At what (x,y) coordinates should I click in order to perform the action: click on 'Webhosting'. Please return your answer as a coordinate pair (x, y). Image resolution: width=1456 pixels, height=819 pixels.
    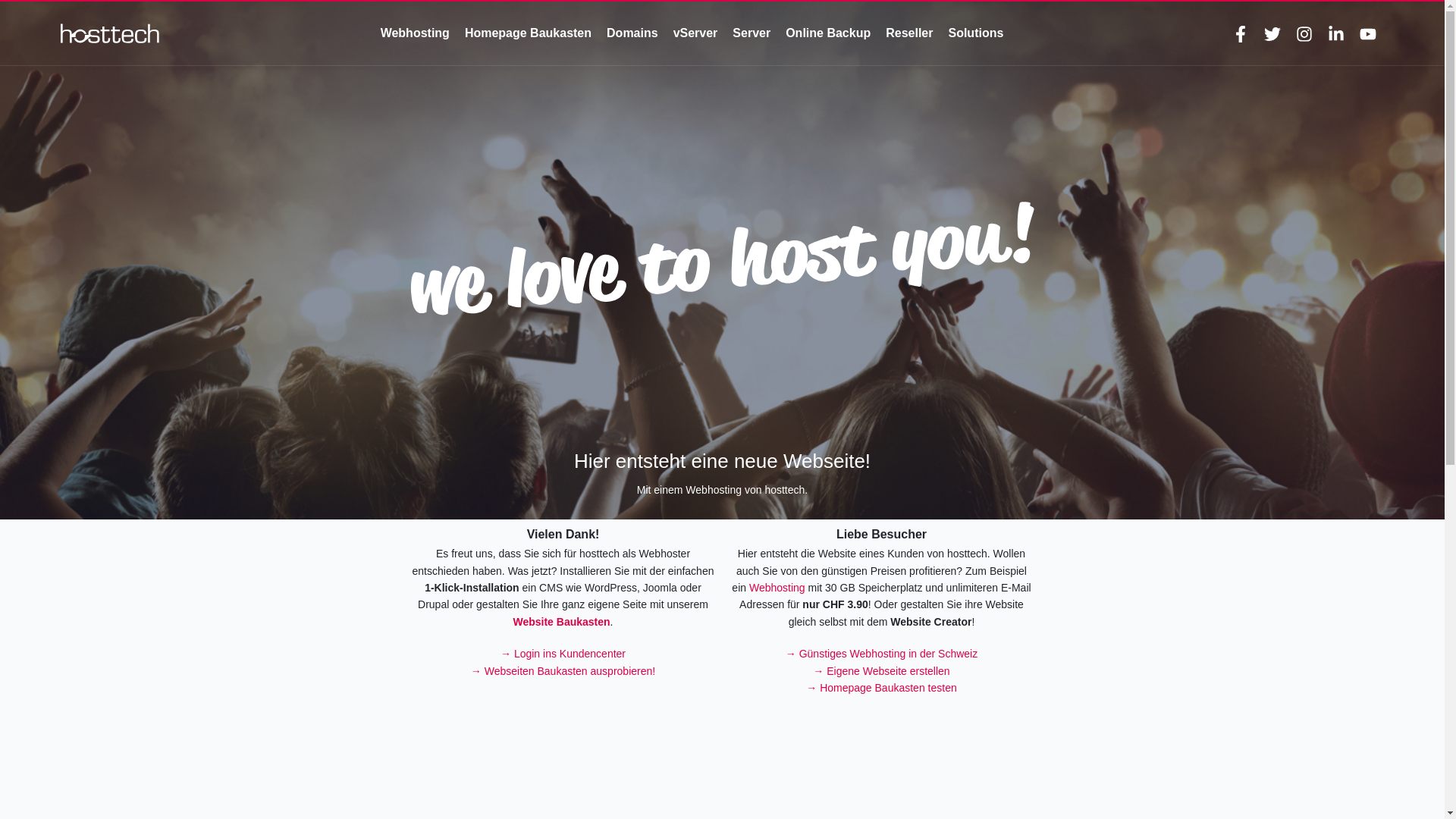
    Looking at the image, I should click on (415, 33).